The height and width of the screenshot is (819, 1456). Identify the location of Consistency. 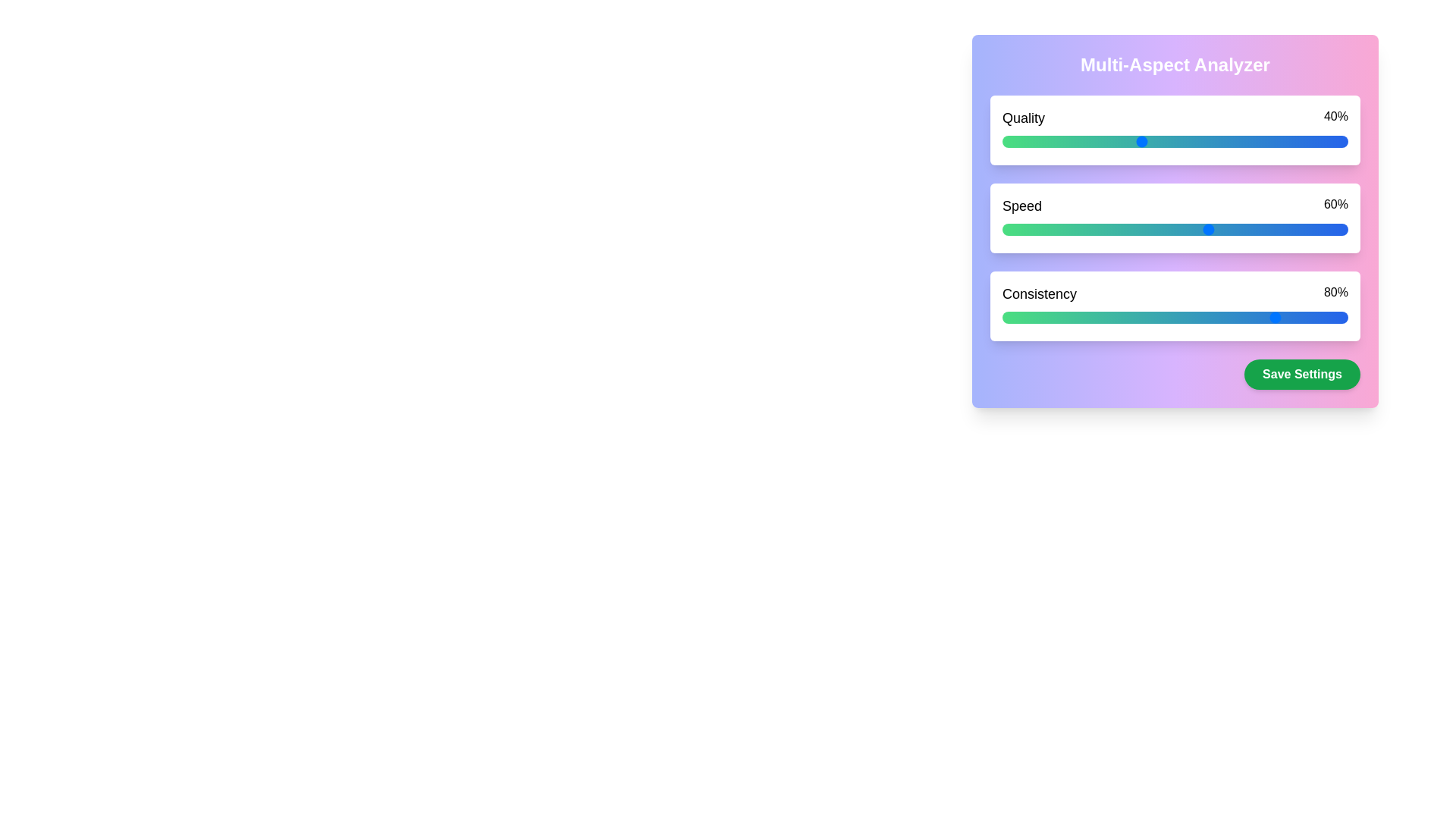
(1333, 317).